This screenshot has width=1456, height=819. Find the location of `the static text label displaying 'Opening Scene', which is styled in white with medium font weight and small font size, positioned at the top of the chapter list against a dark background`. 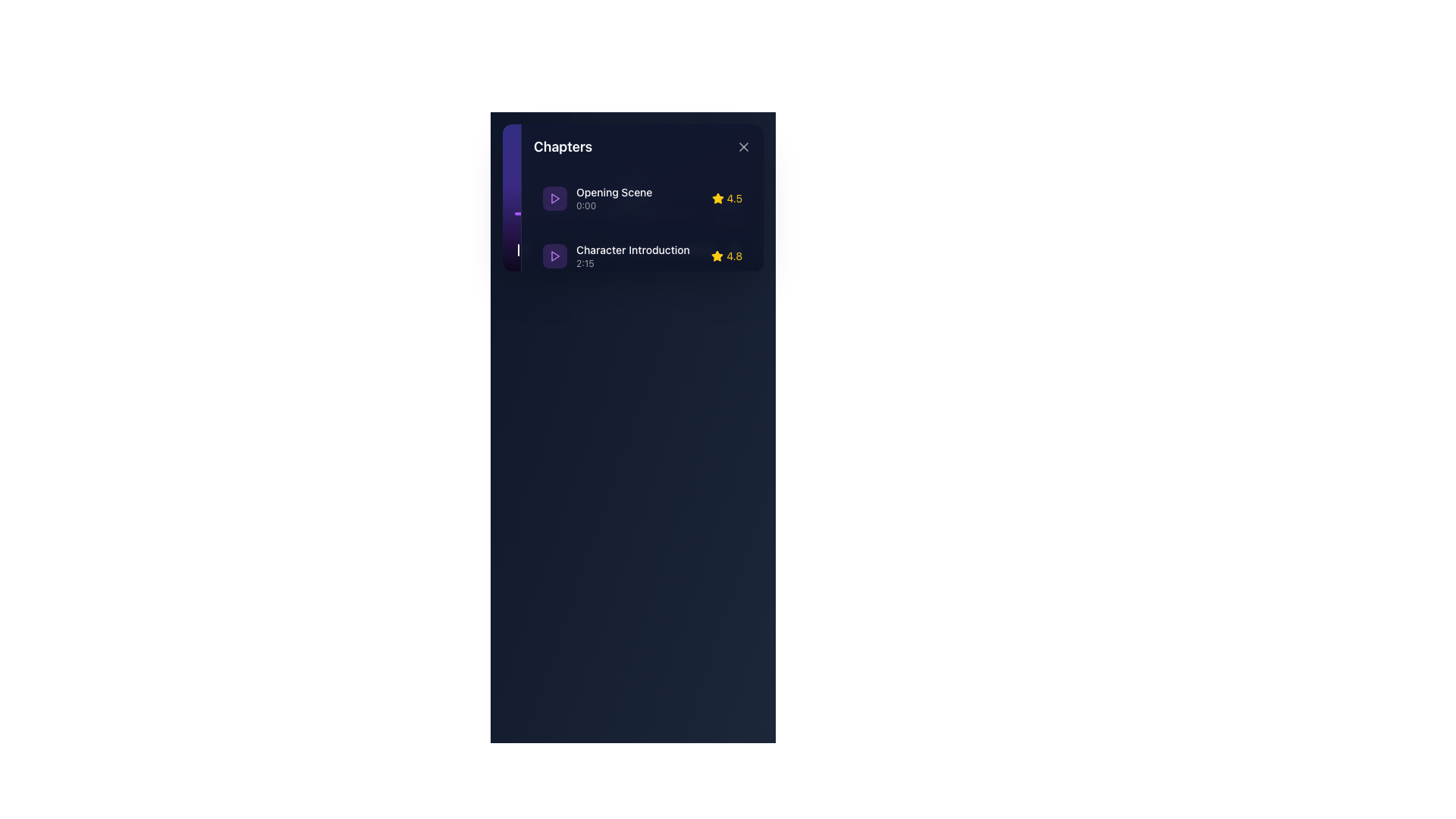

the static text label displaying 'Opening Scene', which is styled in white with medium font weight and small font size, positioned at the top of the chapter list against a dark background is located at coordinates (614, 192).